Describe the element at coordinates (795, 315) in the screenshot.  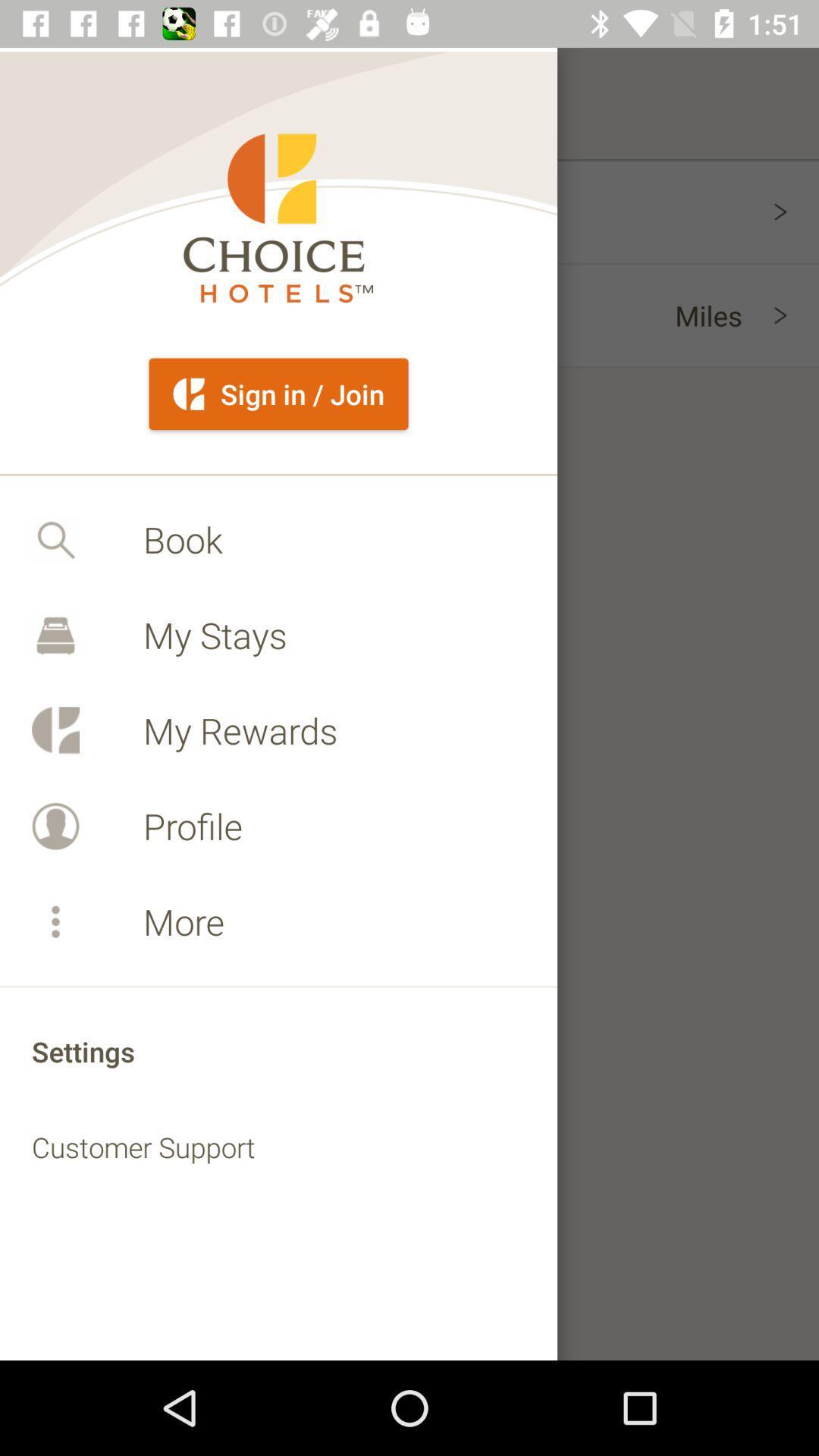
I see `the second right scroll` at that location.